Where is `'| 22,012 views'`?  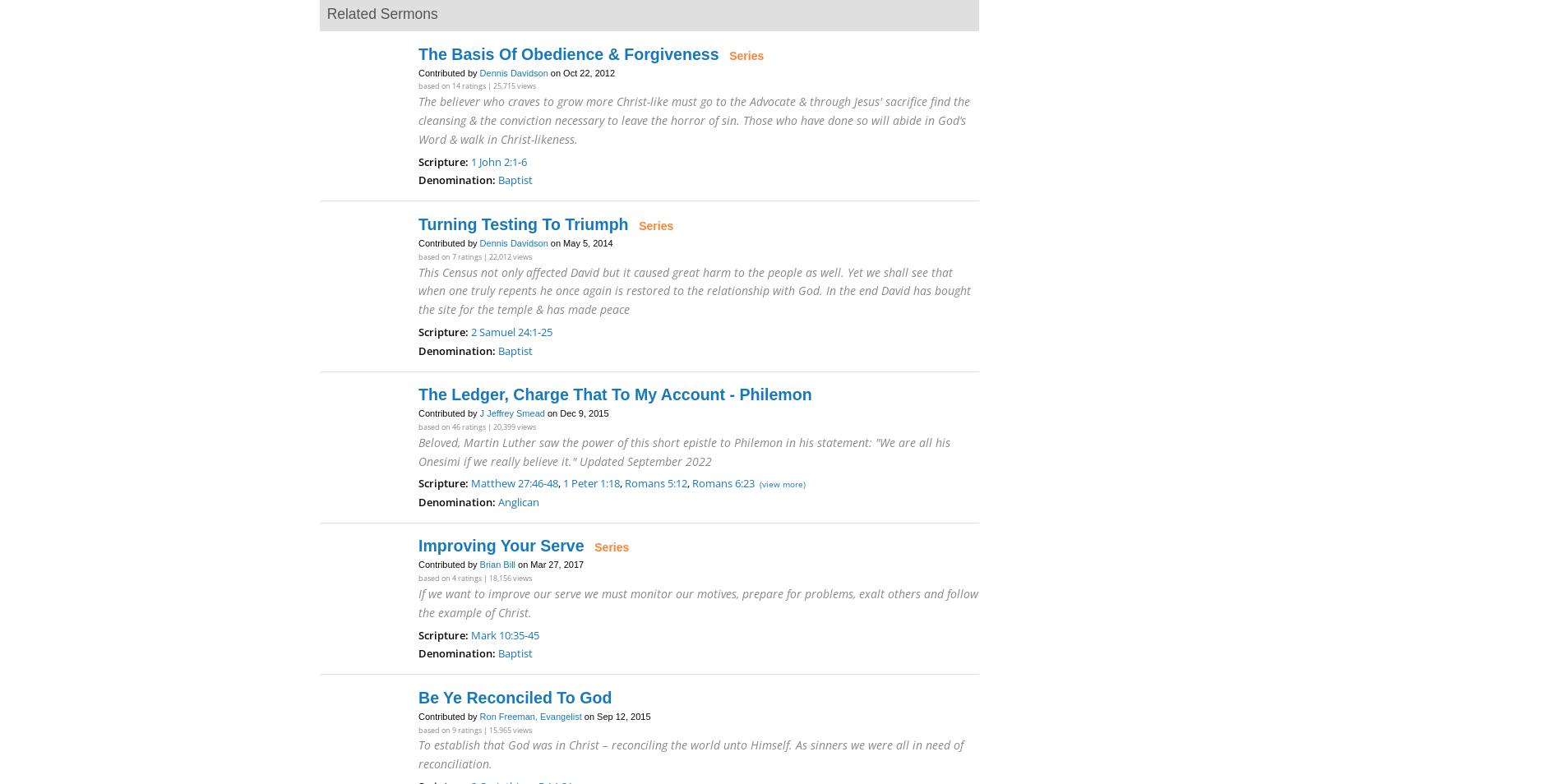
'| 22,012 views' is located at coordinates (506, 256).